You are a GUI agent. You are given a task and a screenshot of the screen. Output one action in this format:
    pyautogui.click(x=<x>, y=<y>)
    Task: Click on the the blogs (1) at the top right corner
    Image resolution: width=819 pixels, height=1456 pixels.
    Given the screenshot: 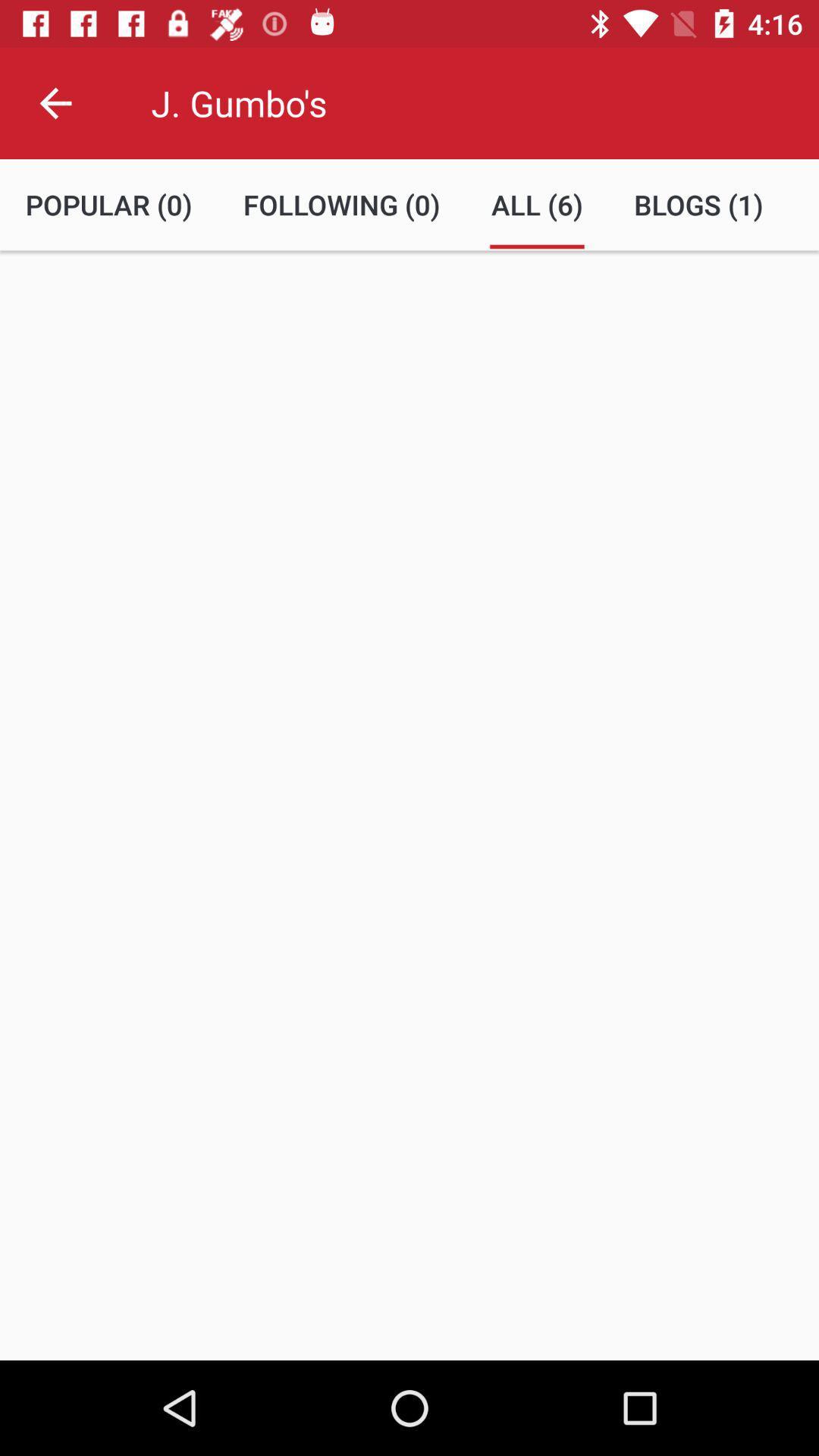 What is the action you would take?
    pyautogui.click(x=698, y=204)
    